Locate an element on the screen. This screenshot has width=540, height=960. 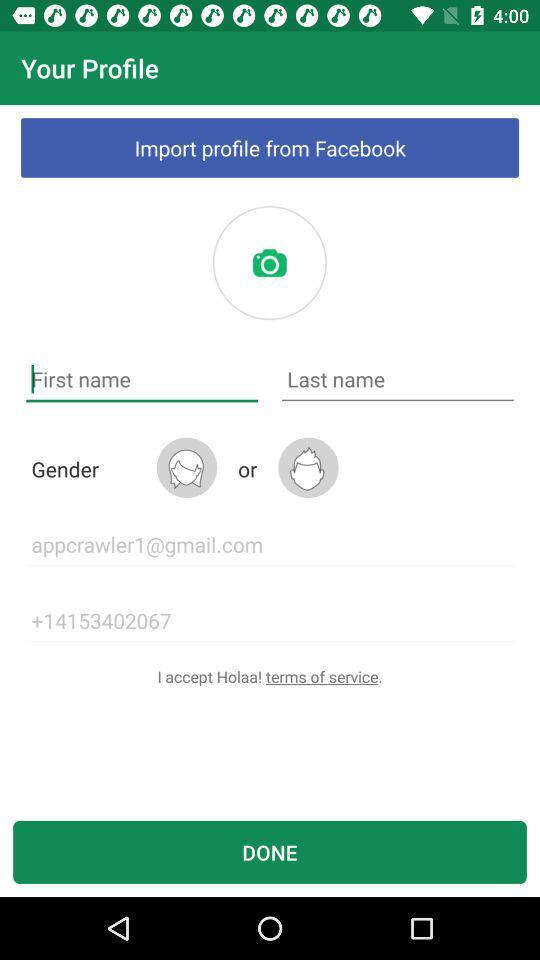
the icon below +14153402067 icon is located at coordinates (270, 676).